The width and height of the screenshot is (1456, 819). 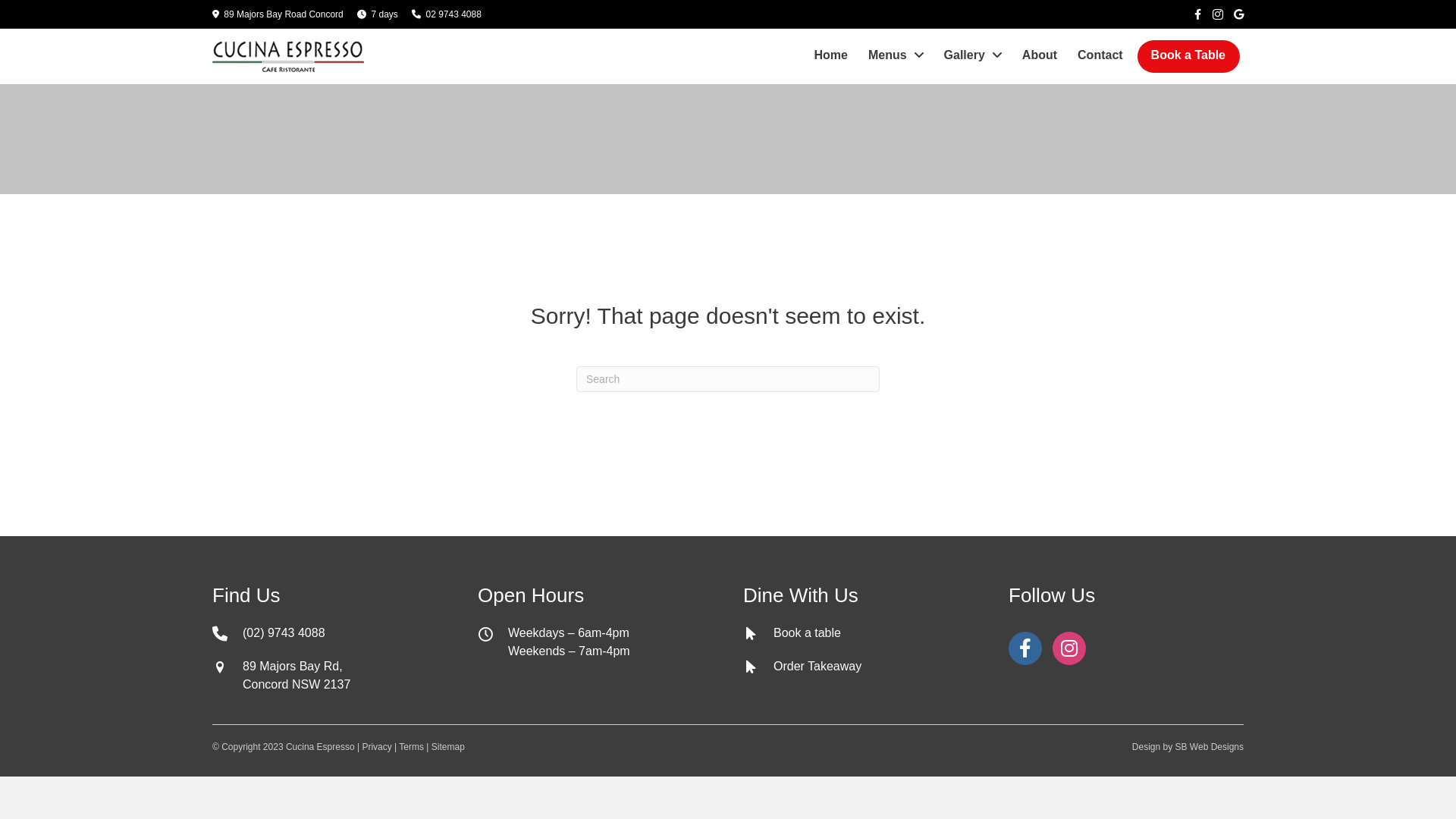 I want to click on '89 Majors Bay Road Concord', so click(x=283, y=14).